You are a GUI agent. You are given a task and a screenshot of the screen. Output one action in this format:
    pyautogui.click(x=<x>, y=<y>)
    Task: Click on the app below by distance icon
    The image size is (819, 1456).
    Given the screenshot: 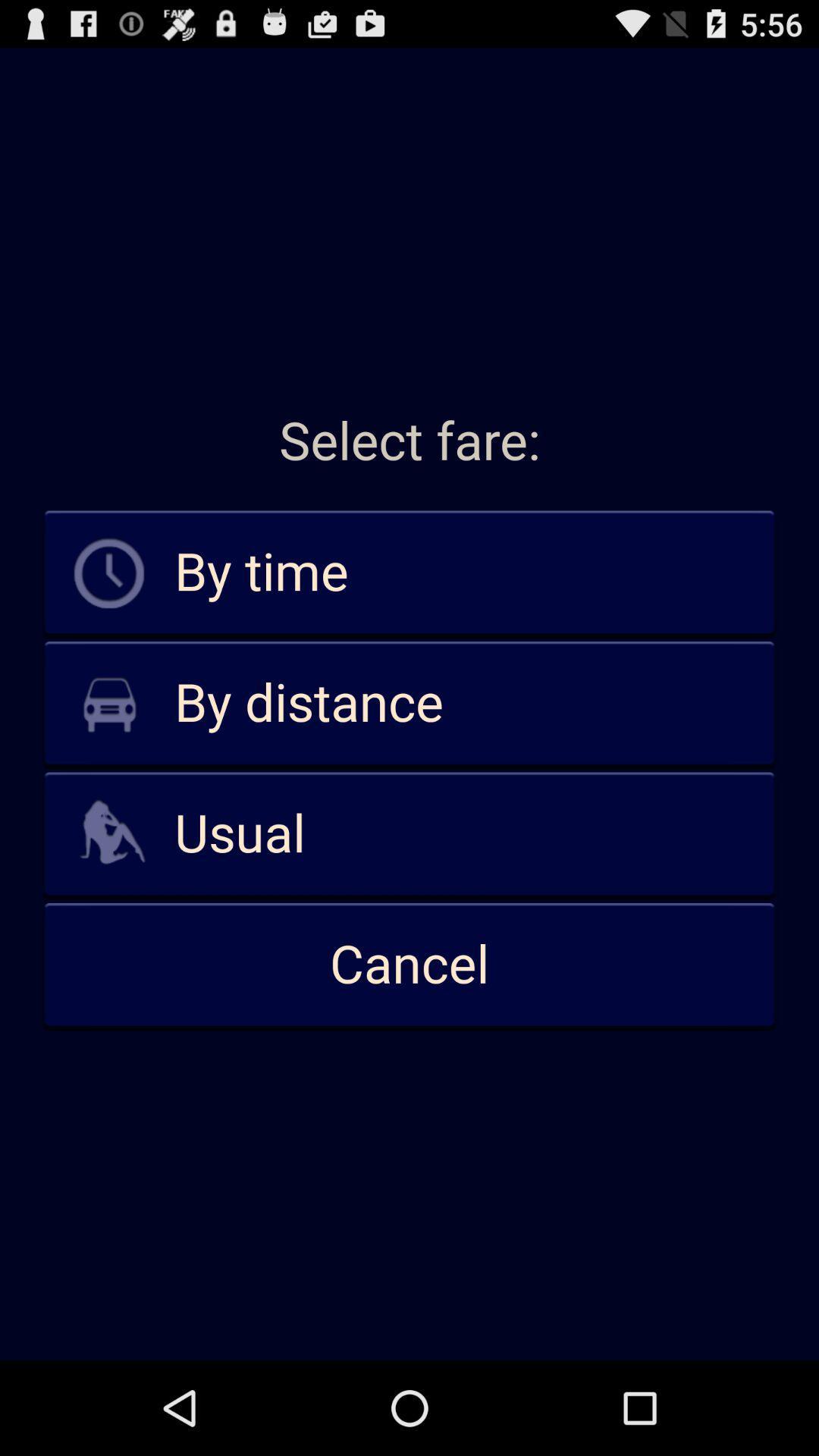 What is the action you would take?
    pyautogui.click(x=409, y=833)
    